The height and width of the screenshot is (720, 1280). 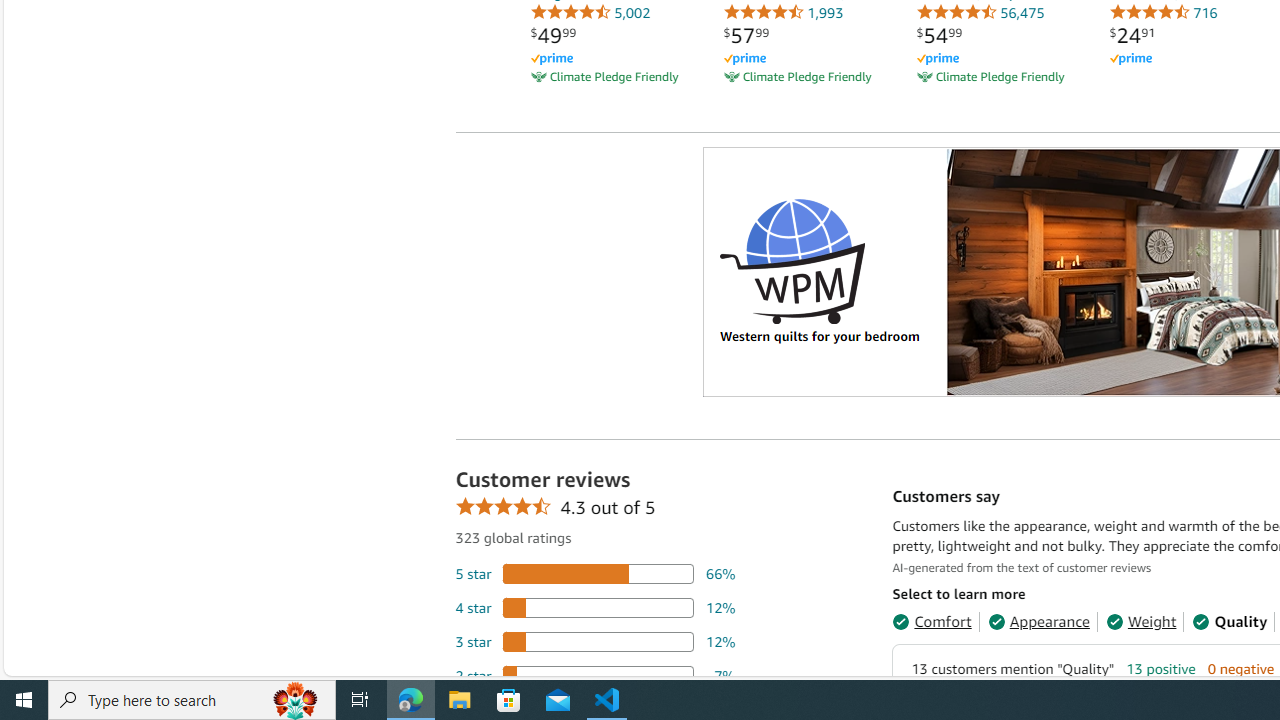 What do you see at coordinates (589, 12) in the screenshot?
I see `'5,002'` at bounding box center [589, 12].